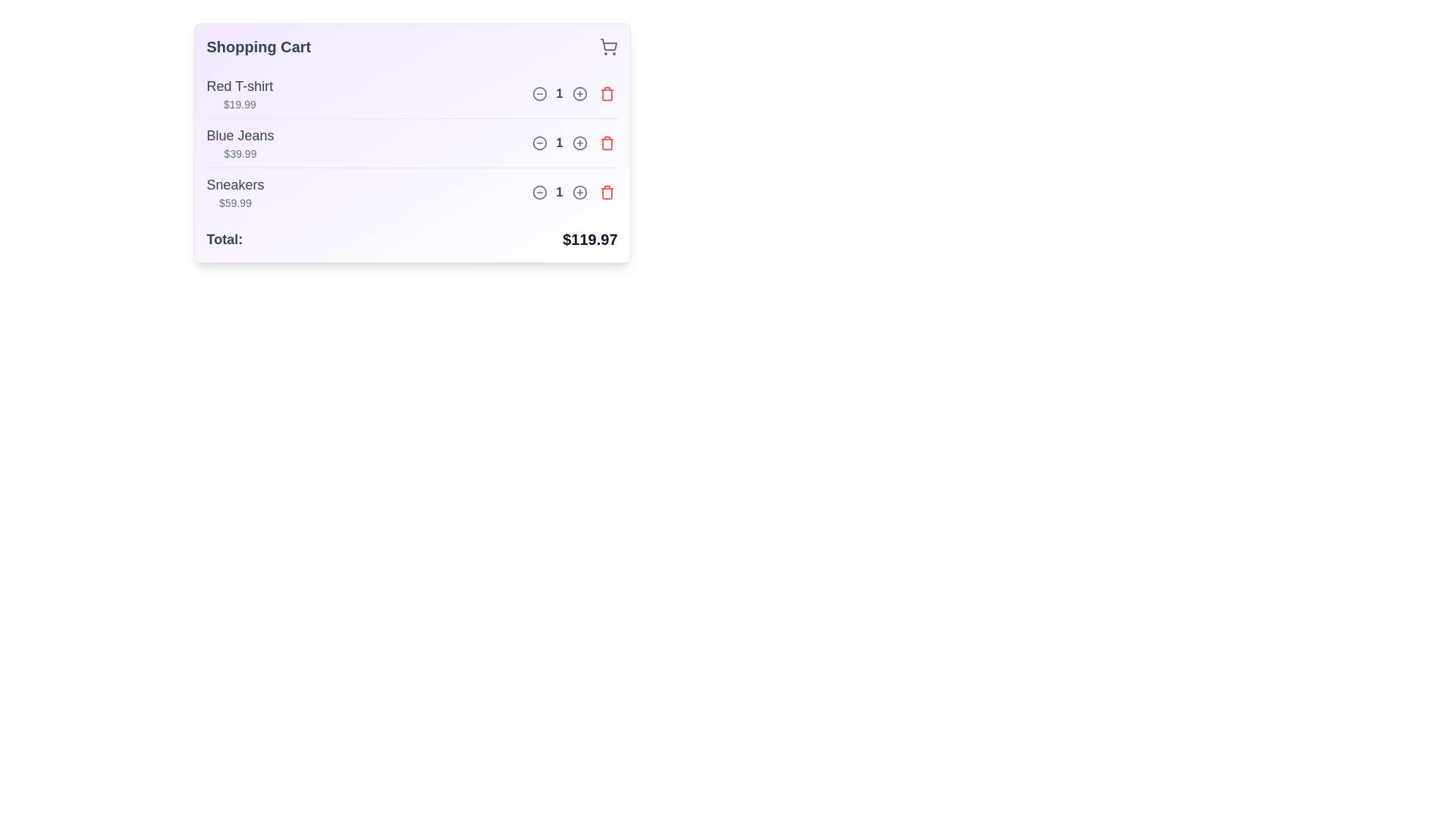 The image size is (1456, 819). What do you see at coordinates (539, 143) in the screenshot?
I see `the button to decrement the quantity of the 'Blue Jeans' product in the shopping cart, which is located to the left of the numeric label '1'` at bounding box center [539, 143].